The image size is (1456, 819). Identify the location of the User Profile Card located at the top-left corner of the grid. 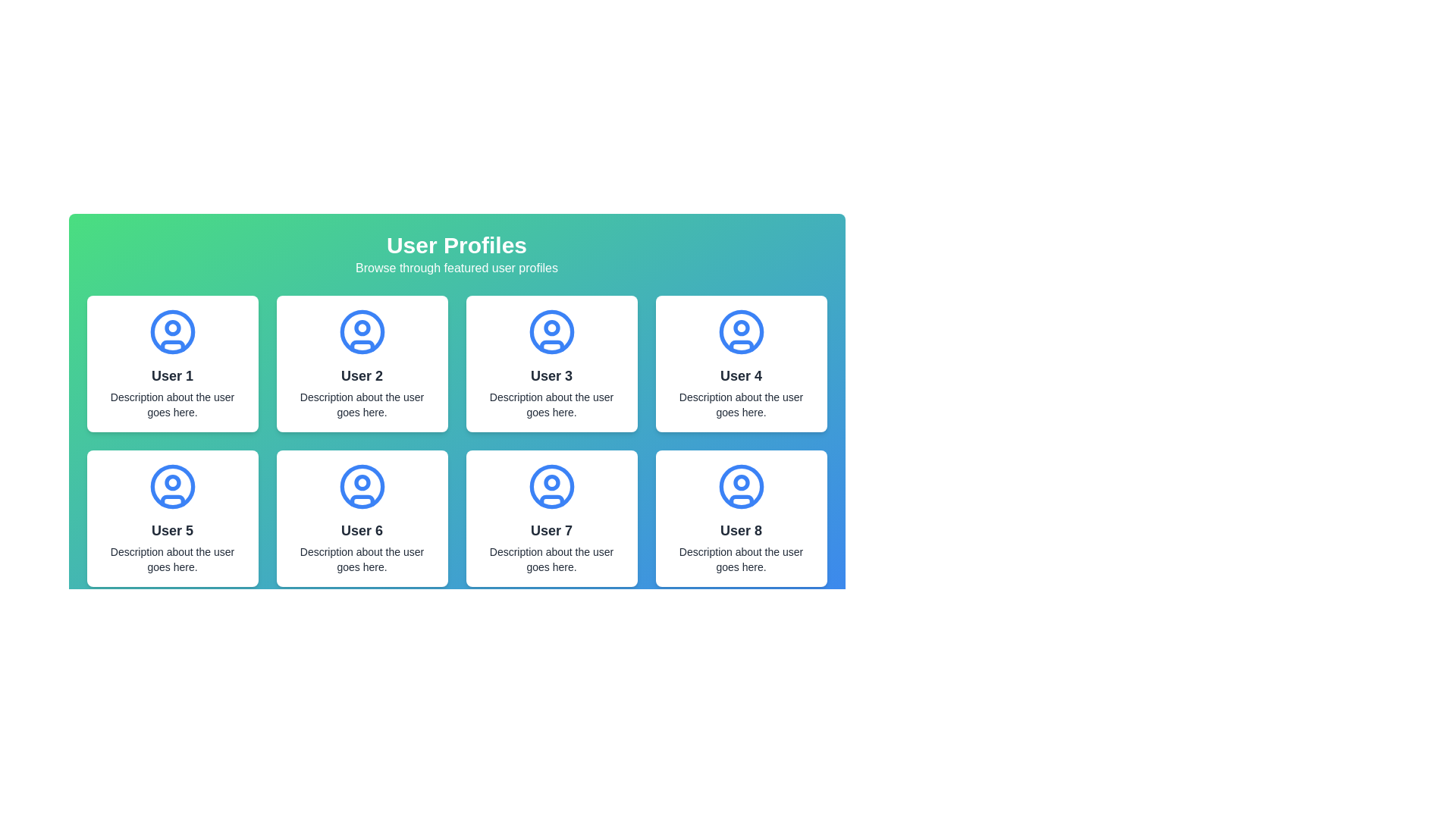
(172, 363).